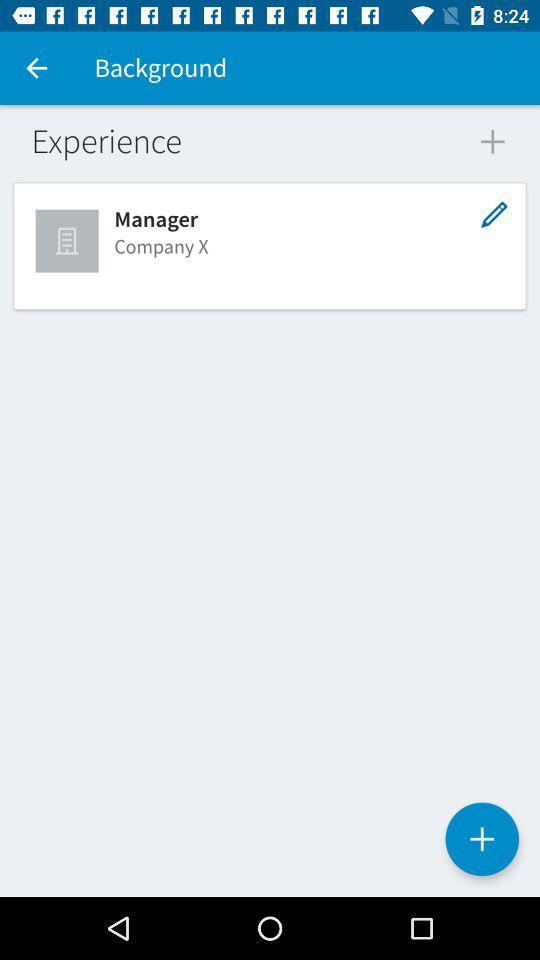  I want to click on icon to the left of manager icon, so click(68, 240).